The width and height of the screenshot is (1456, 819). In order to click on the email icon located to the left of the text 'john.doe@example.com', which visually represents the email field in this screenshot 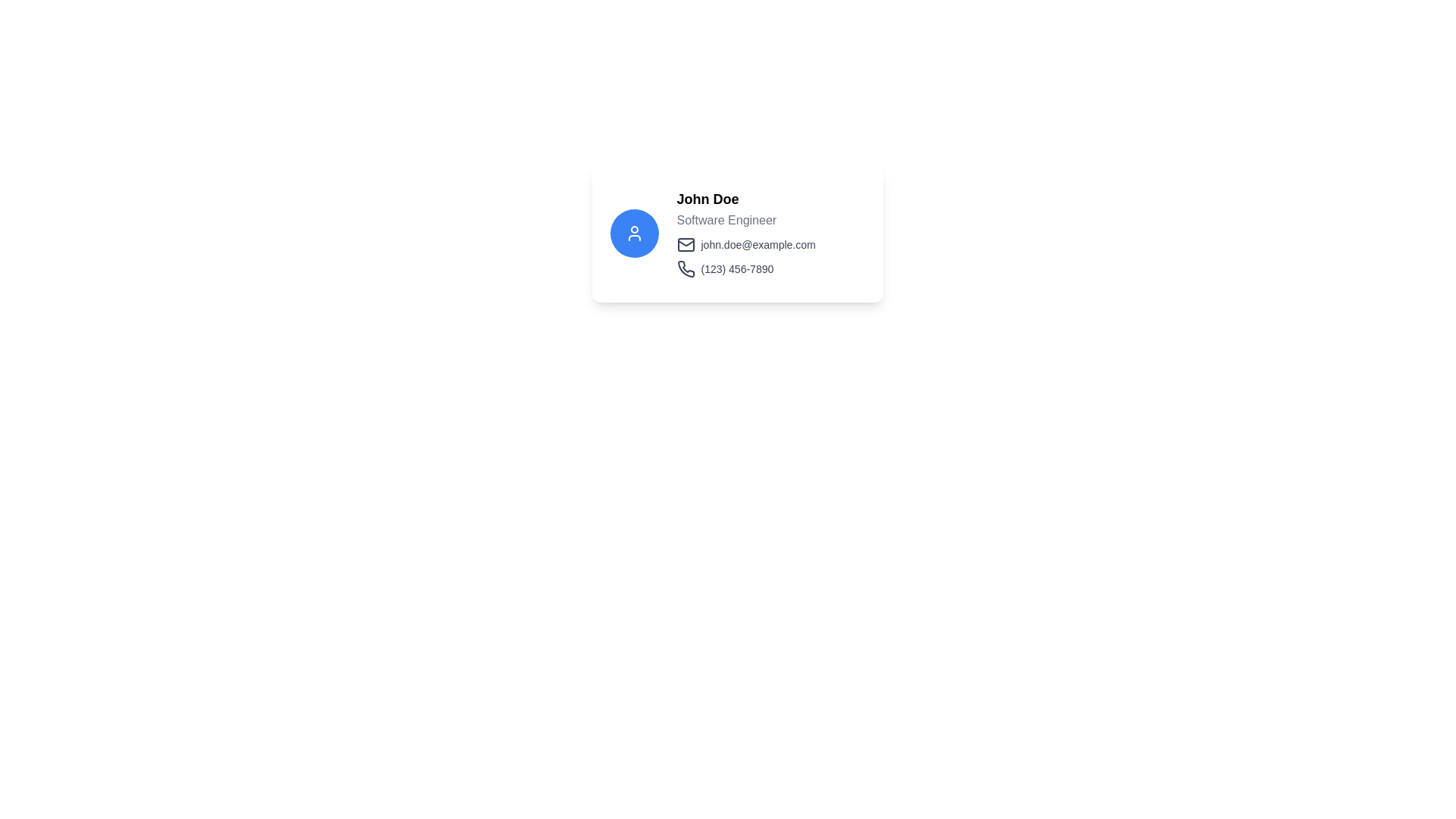, I will do `click(685, 244)`.